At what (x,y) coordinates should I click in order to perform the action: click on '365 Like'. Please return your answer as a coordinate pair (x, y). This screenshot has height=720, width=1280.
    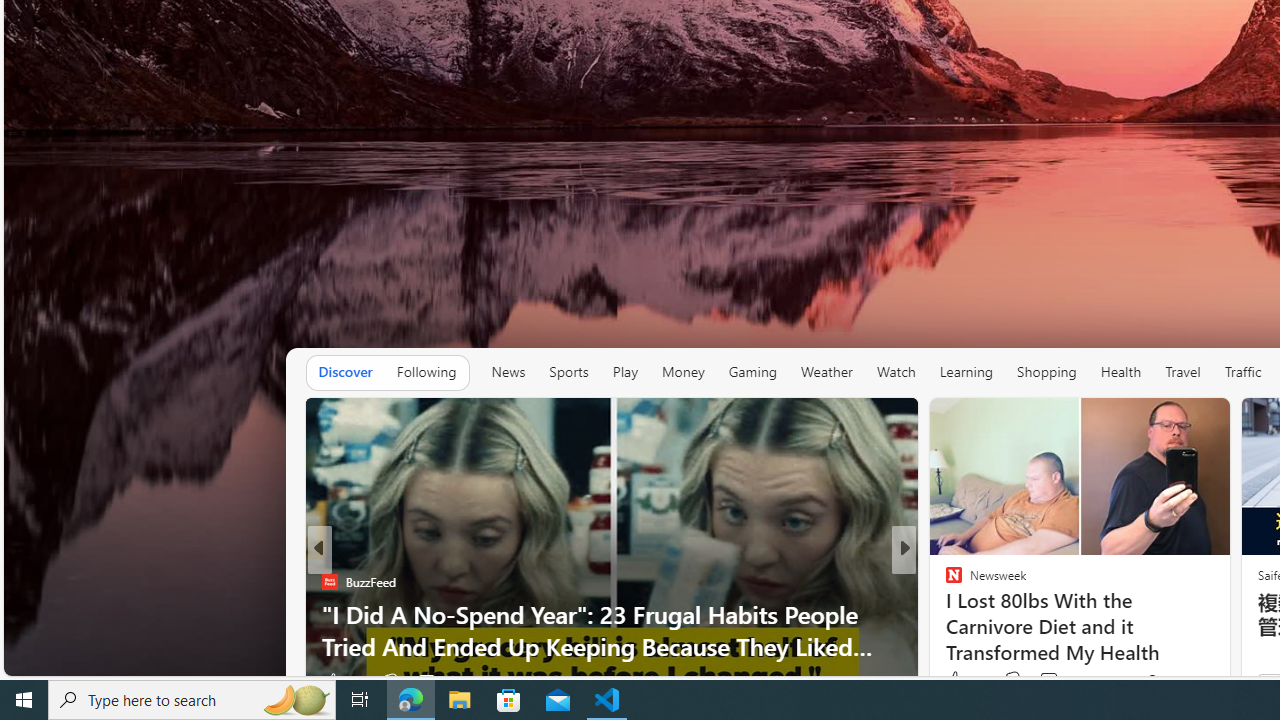
    Looking at the image, I should click on (958, 680).